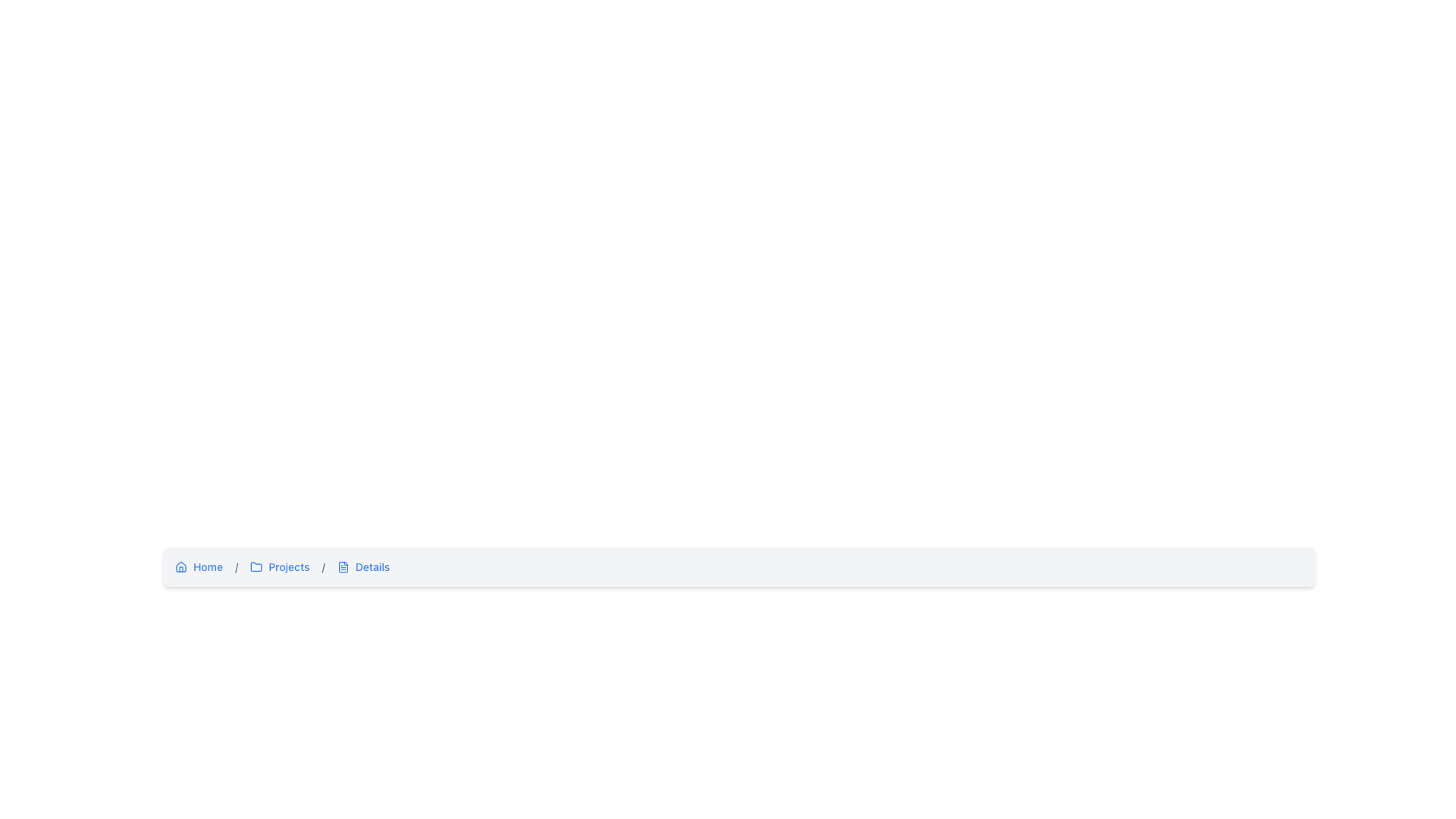 This screenshot has height=819, width=1456. I want to click on the text element acting as a separator in the breadcrumb navigation bar, located between the 'Home' and 'Projects' links, so click(322, 566).